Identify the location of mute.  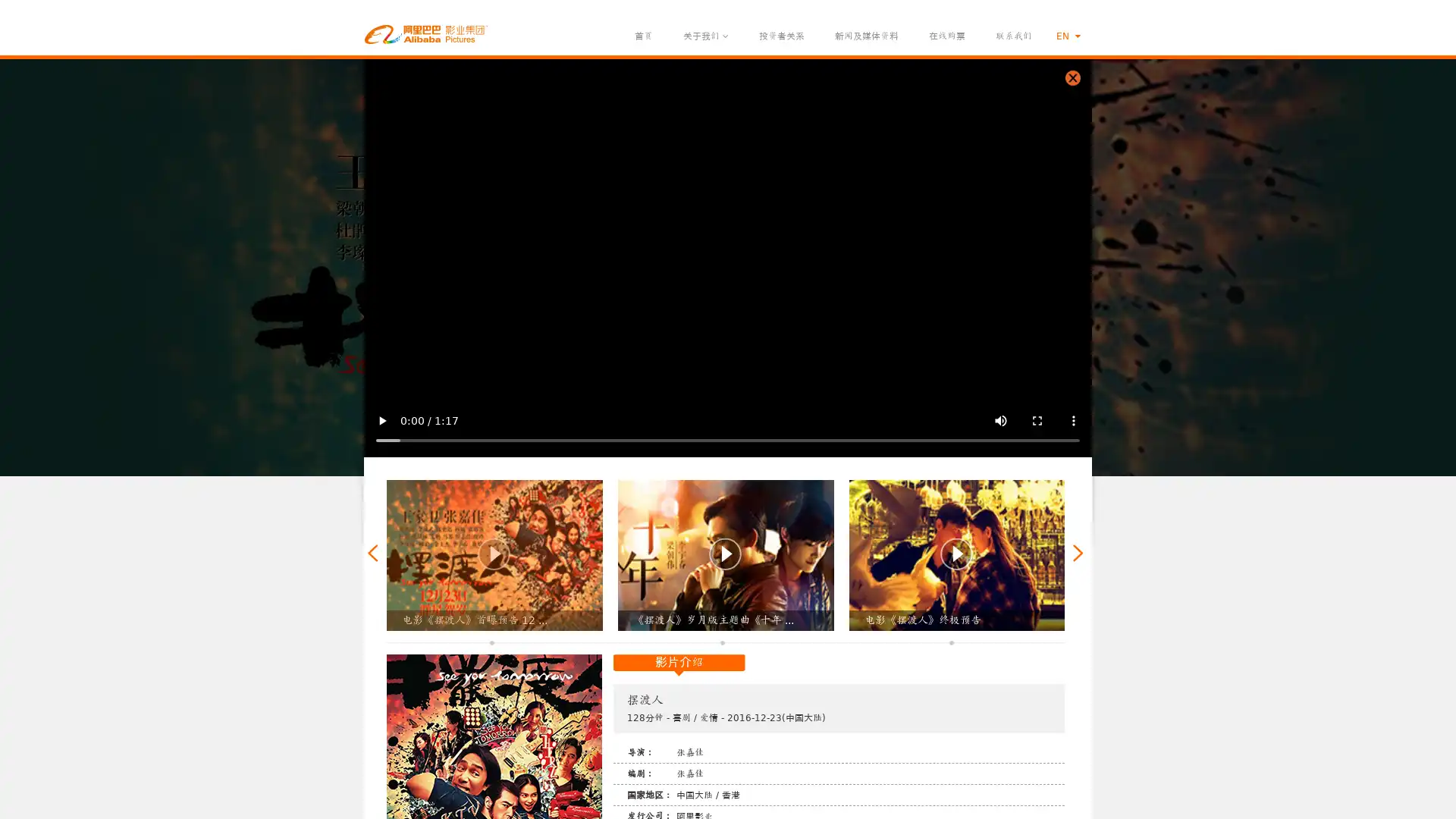
(1001, 421).